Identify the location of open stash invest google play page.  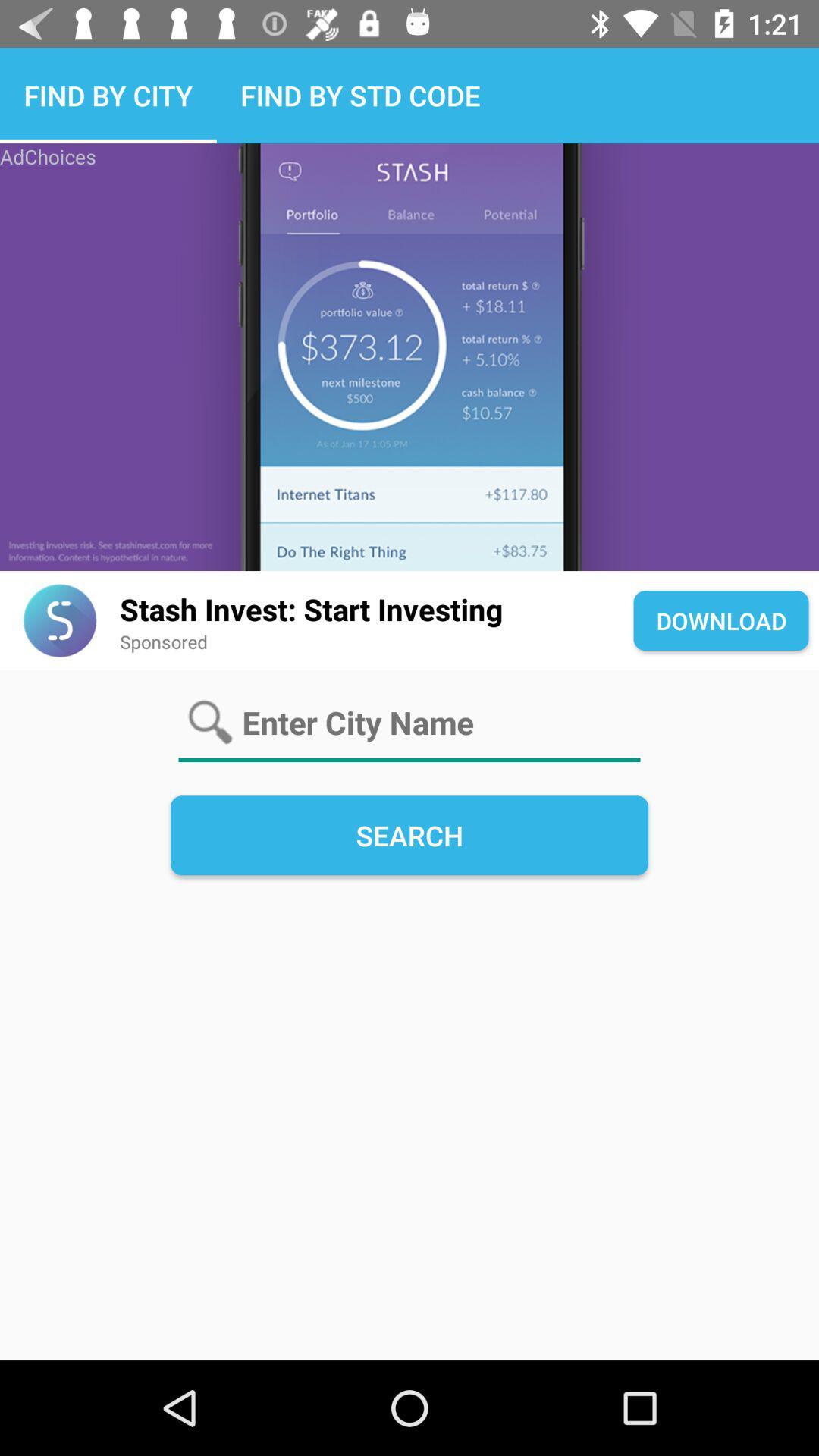
(59, 620).